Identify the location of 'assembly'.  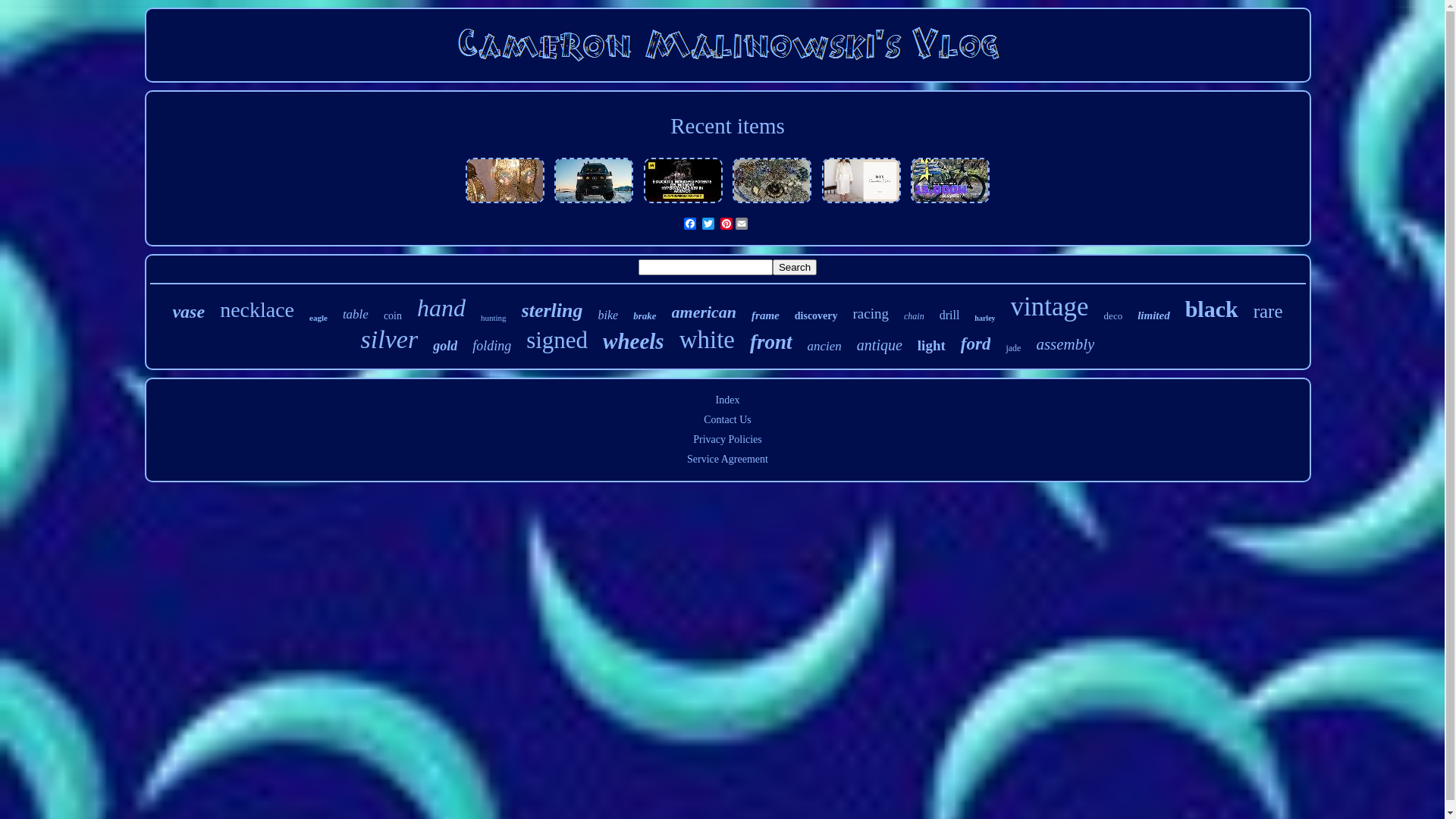
(1064, 344).